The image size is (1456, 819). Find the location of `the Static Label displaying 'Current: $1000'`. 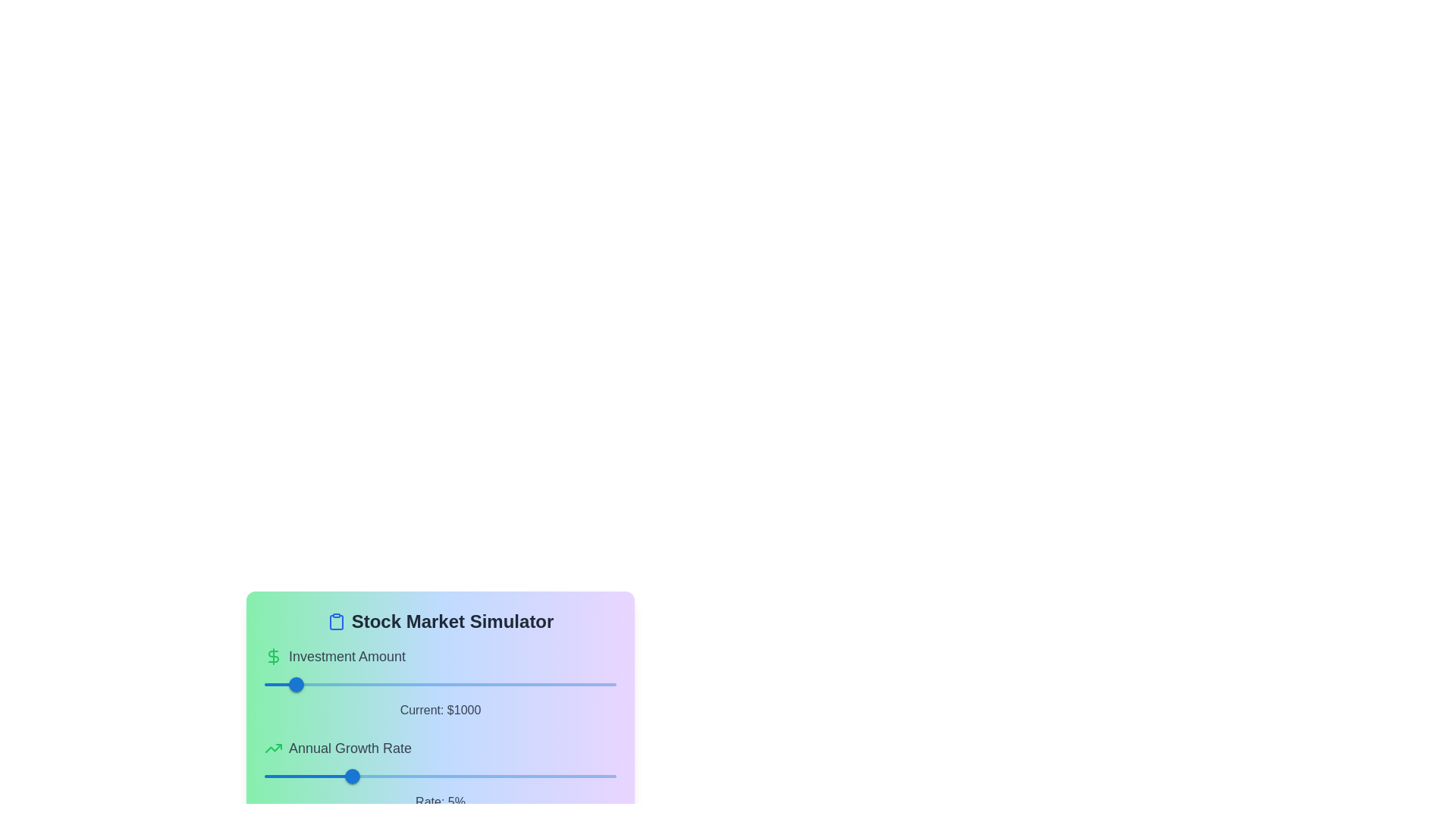

the Static Label displaying 'Current: $1000' is located at coordinates (439, 711).